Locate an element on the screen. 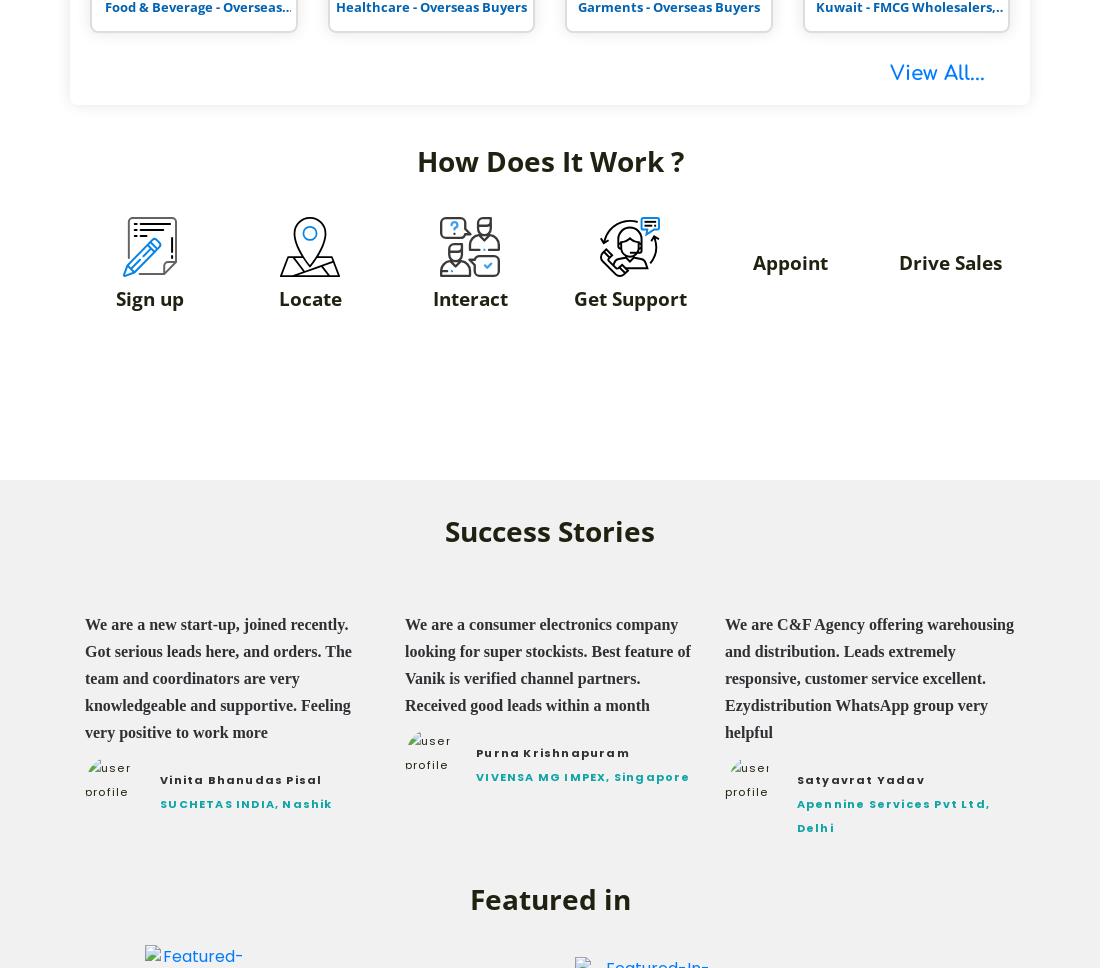 The image size is (1115, 968). 'Vinita Bhanudas Pisal' is located at coordinates (240, 779).